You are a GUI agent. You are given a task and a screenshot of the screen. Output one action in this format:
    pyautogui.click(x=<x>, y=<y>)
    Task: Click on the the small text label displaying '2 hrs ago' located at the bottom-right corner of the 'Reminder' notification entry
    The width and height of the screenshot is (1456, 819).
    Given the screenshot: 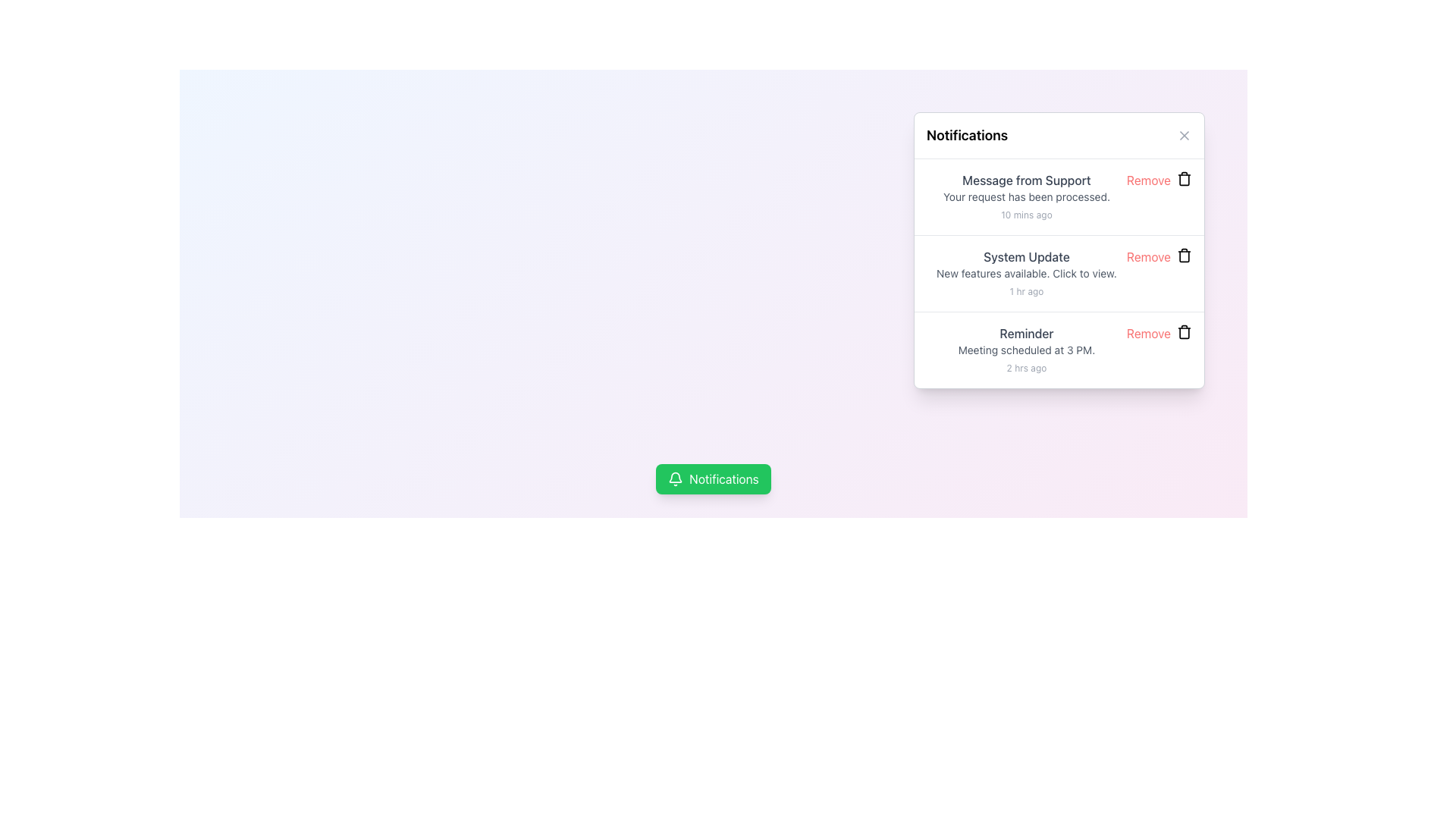 What is the action you would take?
    pyautogui.click(x=1026, y=368)
    